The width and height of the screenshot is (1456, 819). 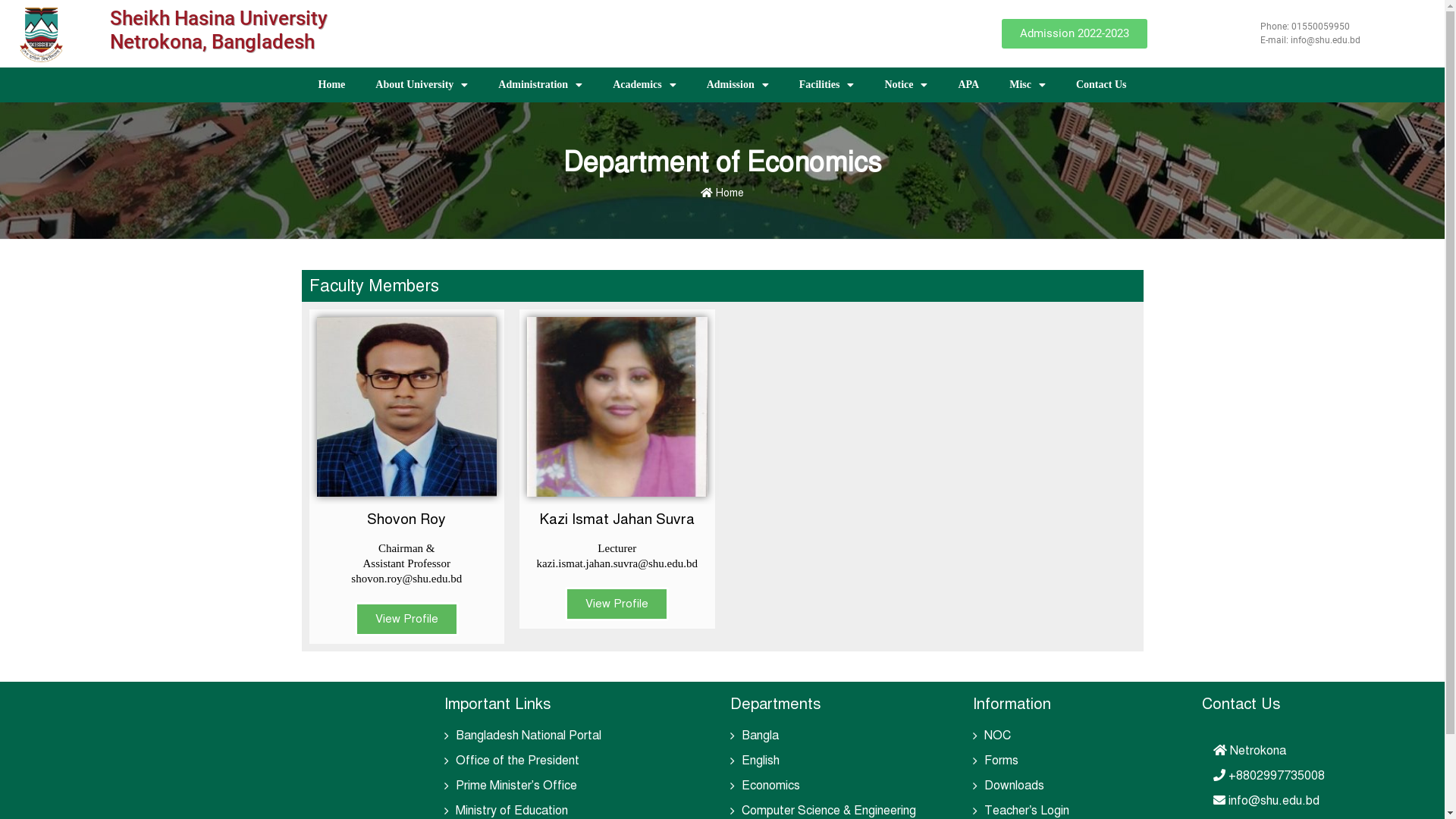 I want to click on 'Economics', so click(x=742, y=785).